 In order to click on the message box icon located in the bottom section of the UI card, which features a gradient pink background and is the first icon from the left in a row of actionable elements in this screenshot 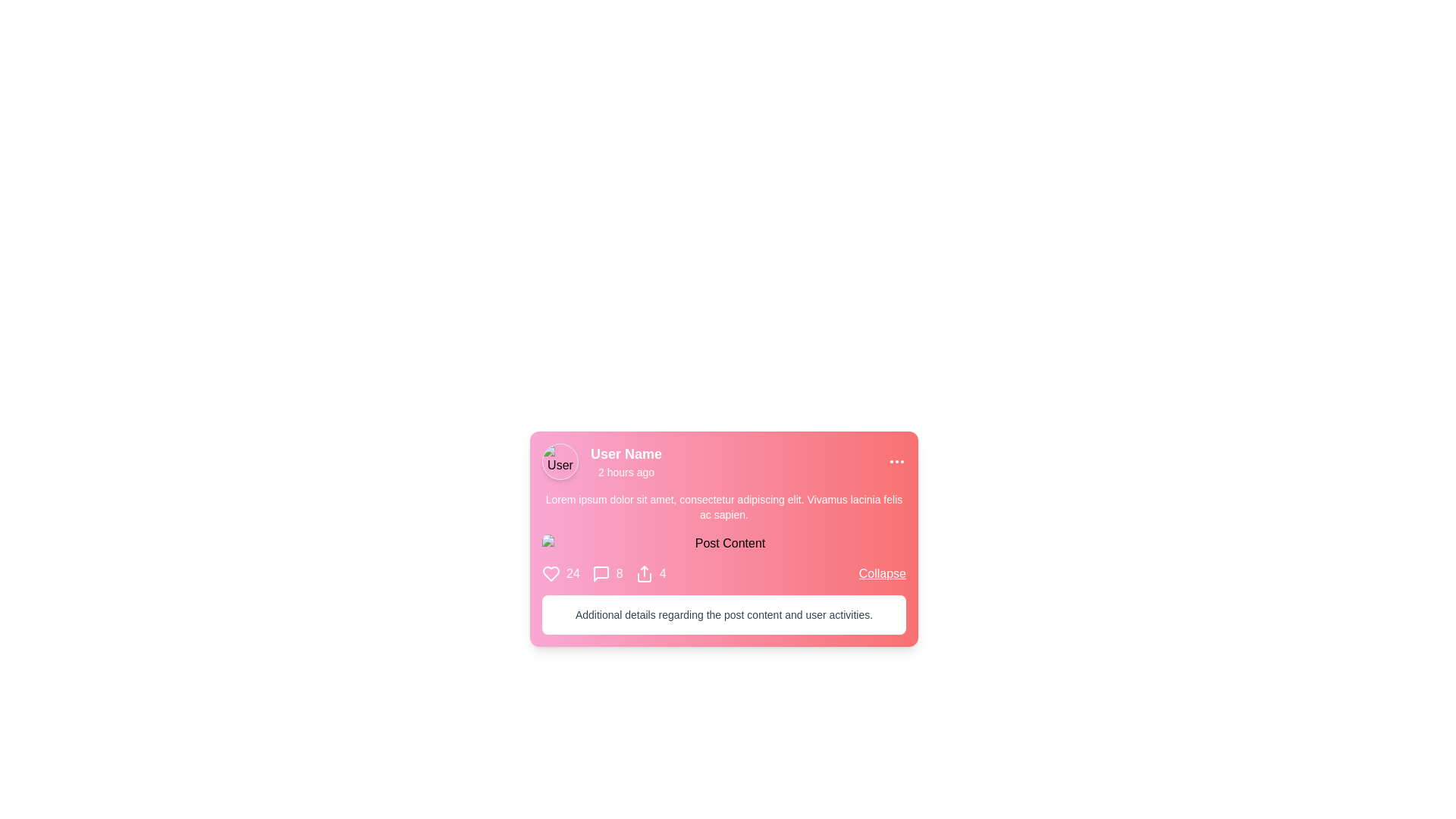, I will do `click(600, 573)`.